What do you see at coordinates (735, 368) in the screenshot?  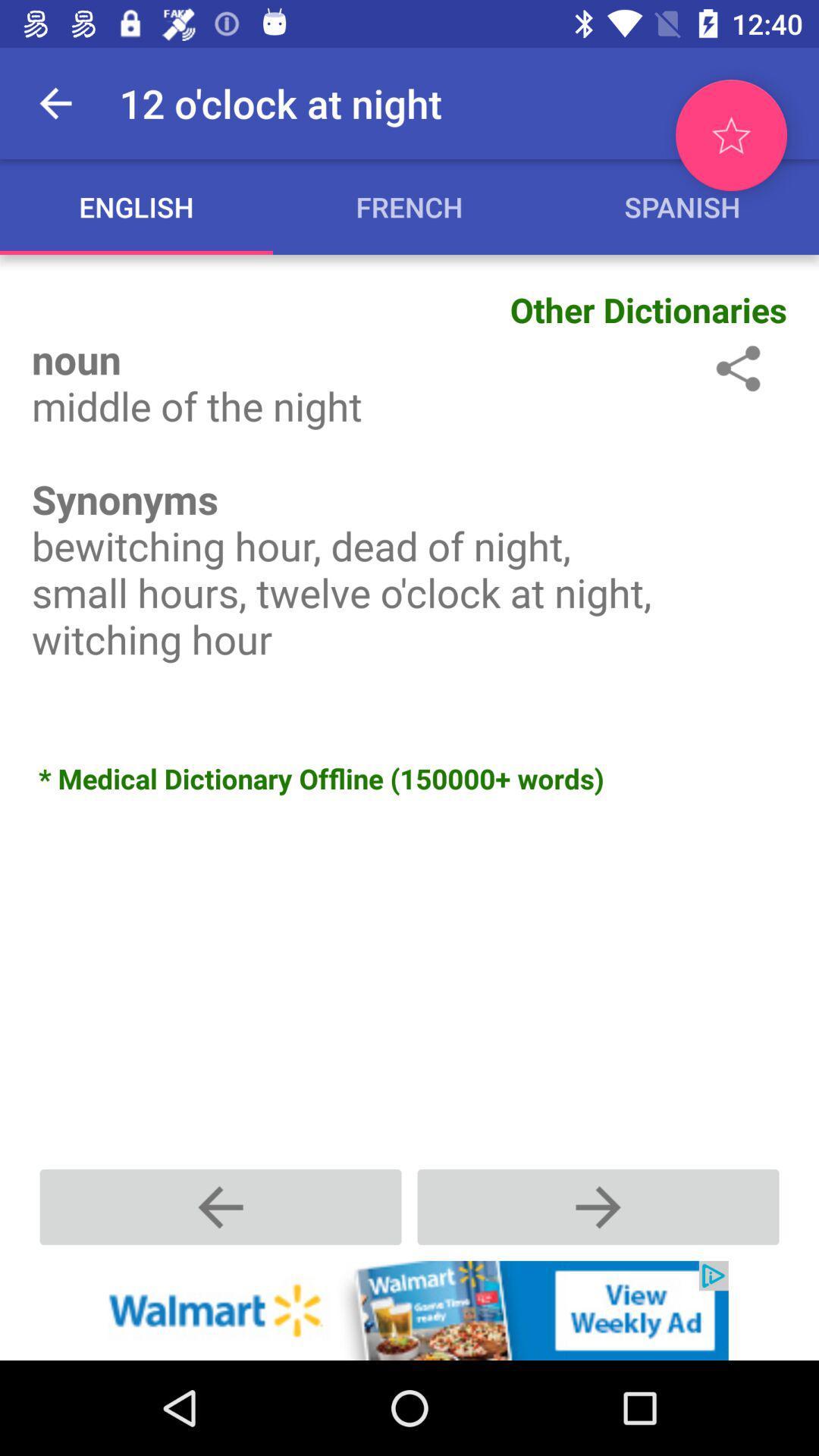 I see `open settings/options` at bounding box center [735, 368].